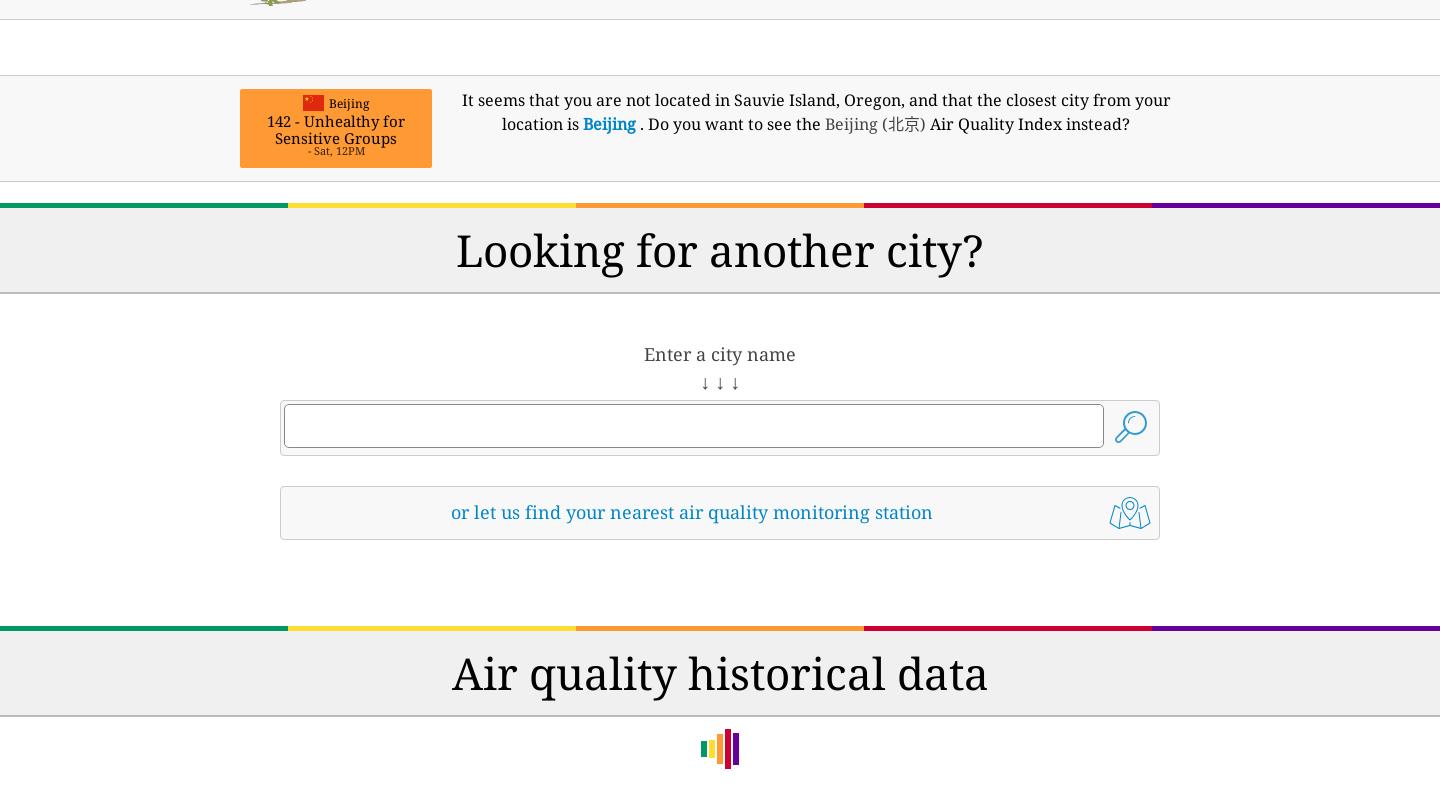 This screenshot has height=811, width=1440. What do you see at coordinates (836, 111) in the screenshot?
I see `', and that the closest city from your location is'` at bounding box center [836, 111].